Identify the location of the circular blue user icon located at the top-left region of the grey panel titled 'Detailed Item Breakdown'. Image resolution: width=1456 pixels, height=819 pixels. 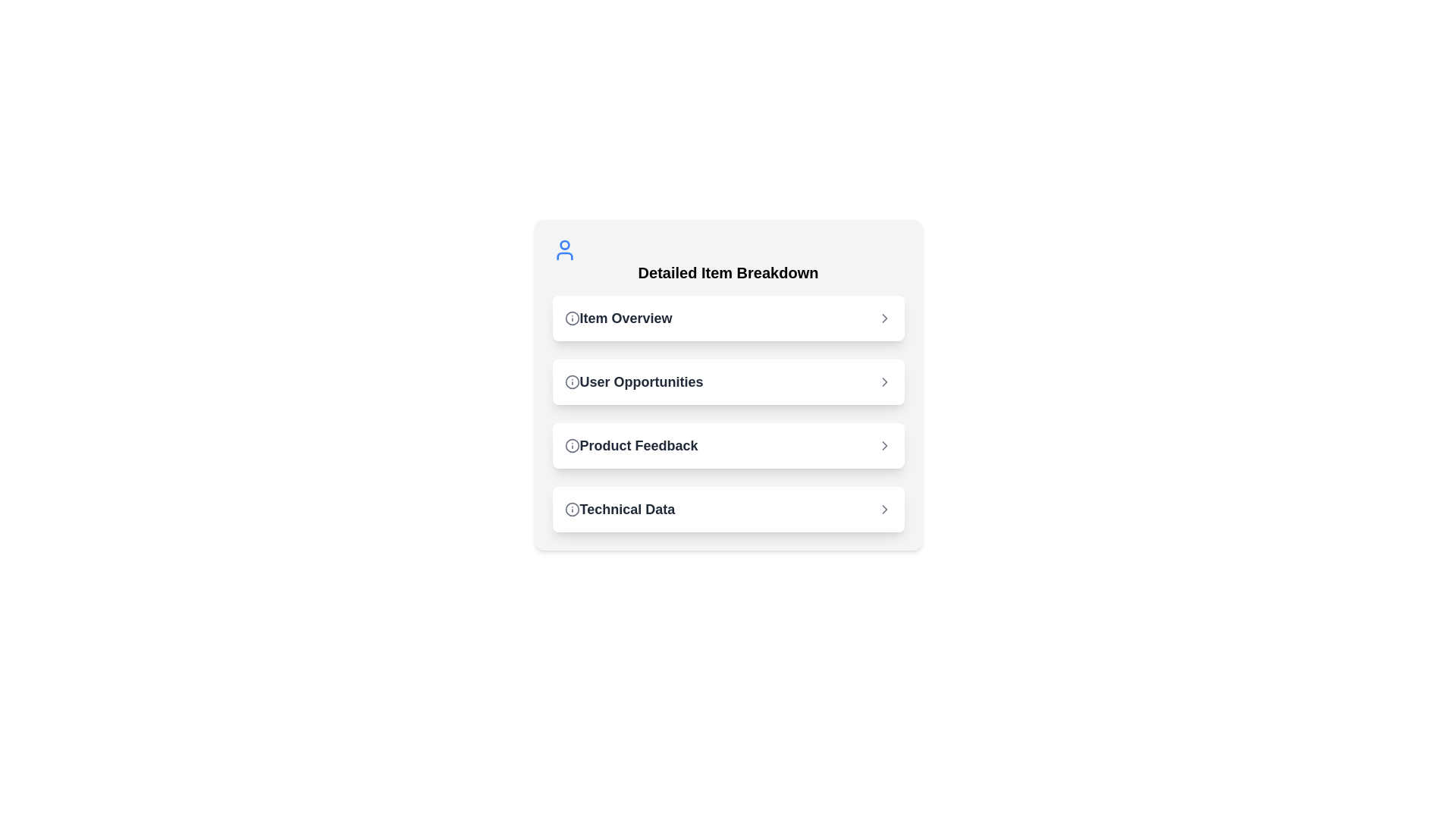
(563, 249).